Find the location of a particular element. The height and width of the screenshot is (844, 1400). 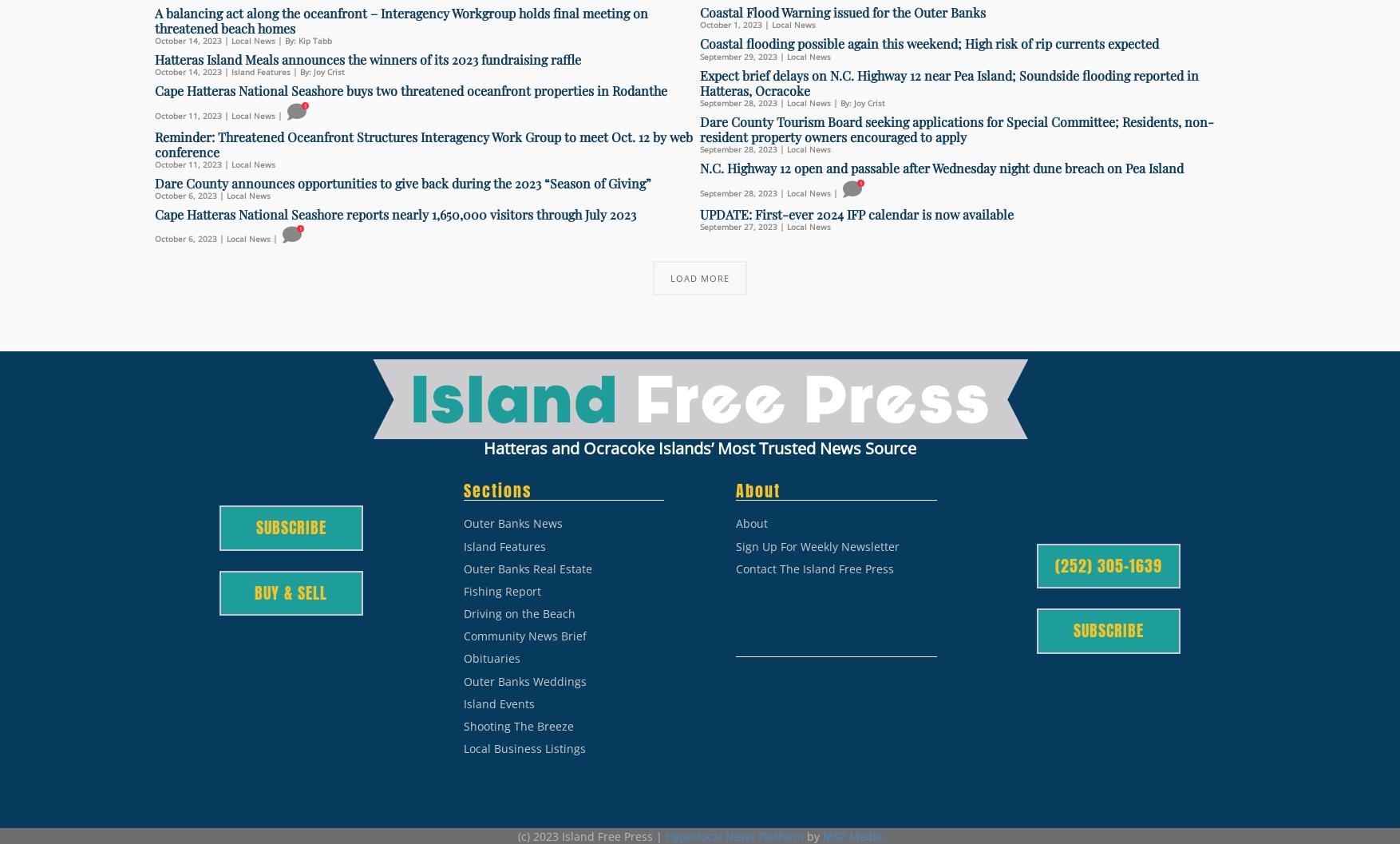

'Driving on the Beach' is located at coordinates (518, 613).